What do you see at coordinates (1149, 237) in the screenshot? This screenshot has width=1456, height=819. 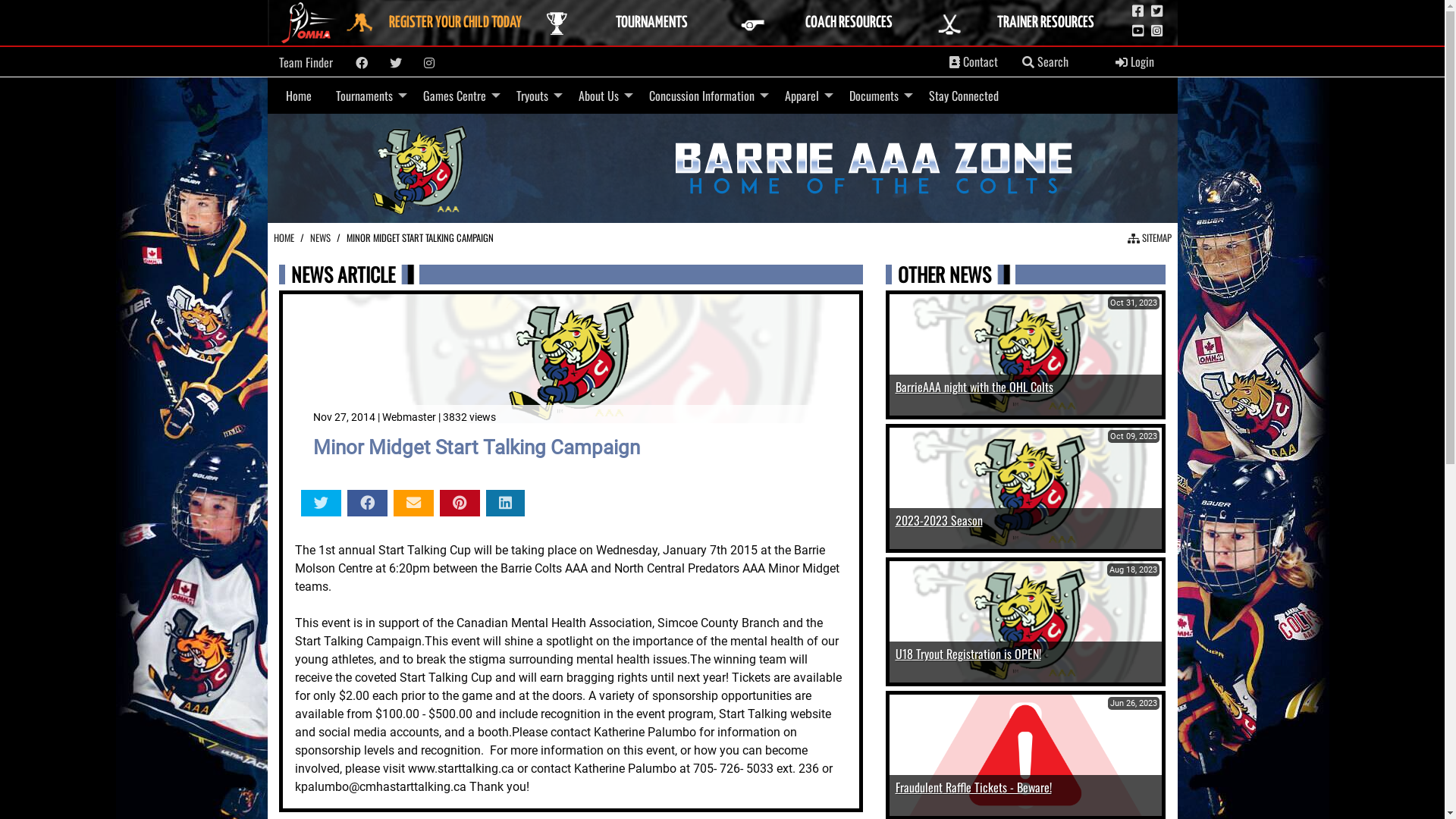 I see `' SITEMAP'` at bounding box center [1149, 237].